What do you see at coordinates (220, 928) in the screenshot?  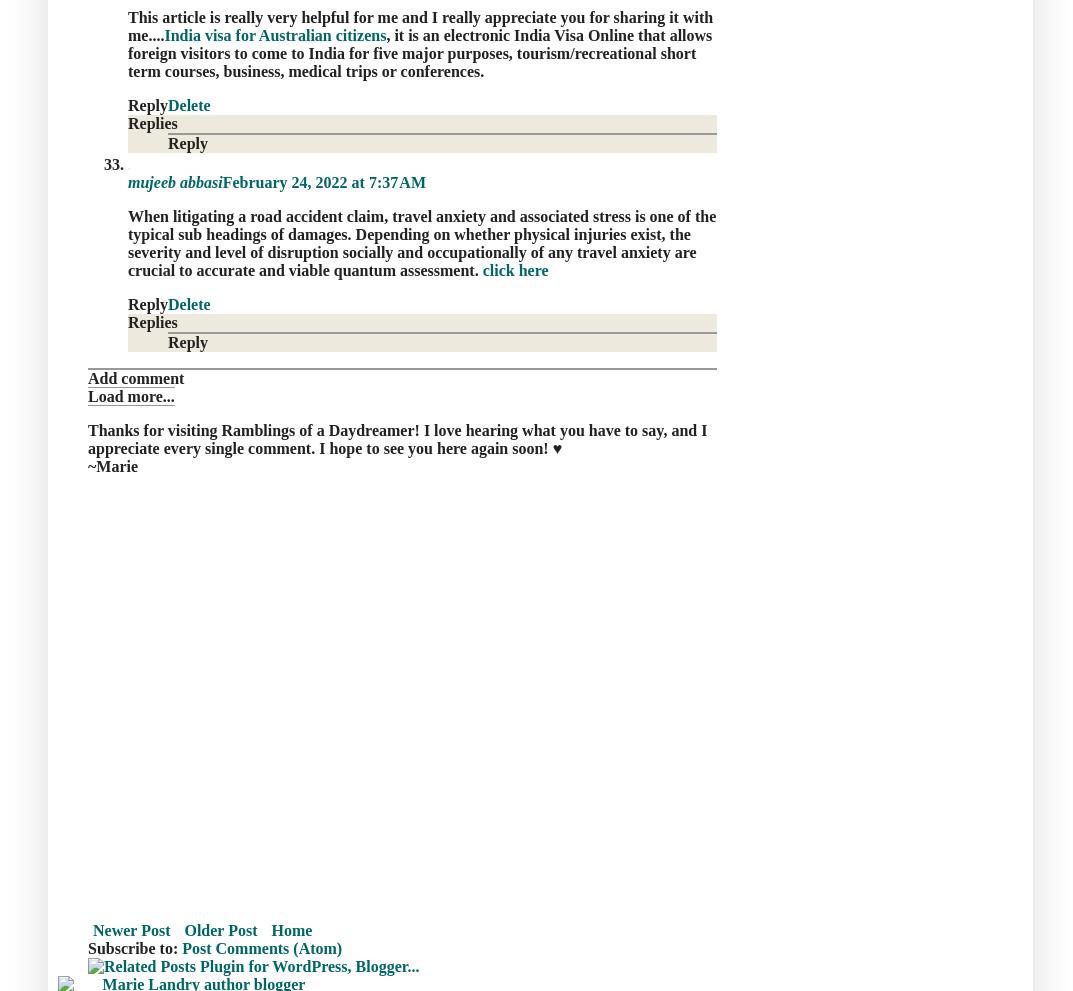 I see `'Older Post'` at bounding box center [220, 928].